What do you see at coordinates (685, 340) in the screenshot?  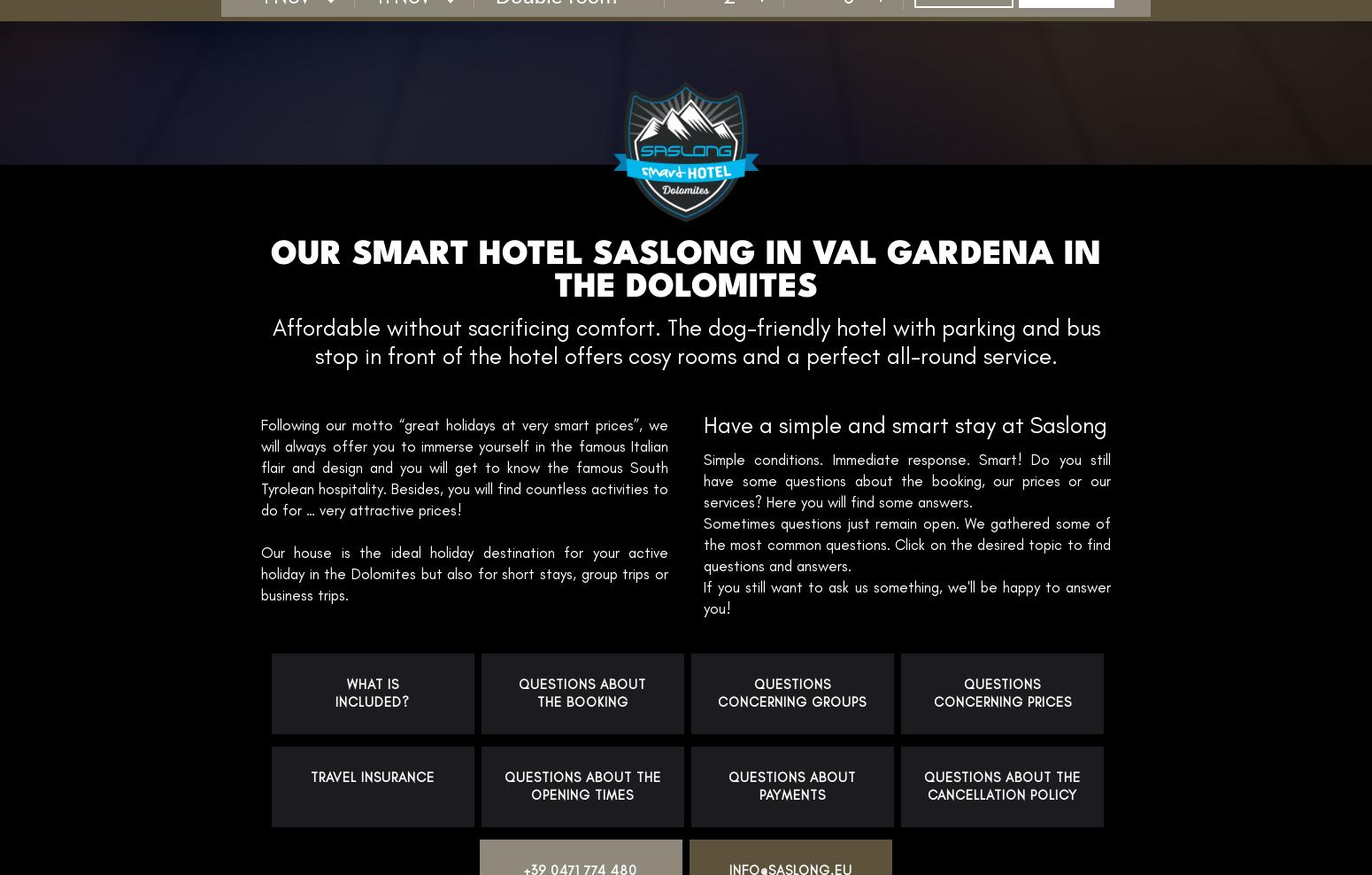 I see `'Affordable without sacrificing comfort. The dog-friendly hotel with parking and bus stop in front of the hotel offers cosy rooms and a perfect all-round service.'` at bounding box center [685, 340].